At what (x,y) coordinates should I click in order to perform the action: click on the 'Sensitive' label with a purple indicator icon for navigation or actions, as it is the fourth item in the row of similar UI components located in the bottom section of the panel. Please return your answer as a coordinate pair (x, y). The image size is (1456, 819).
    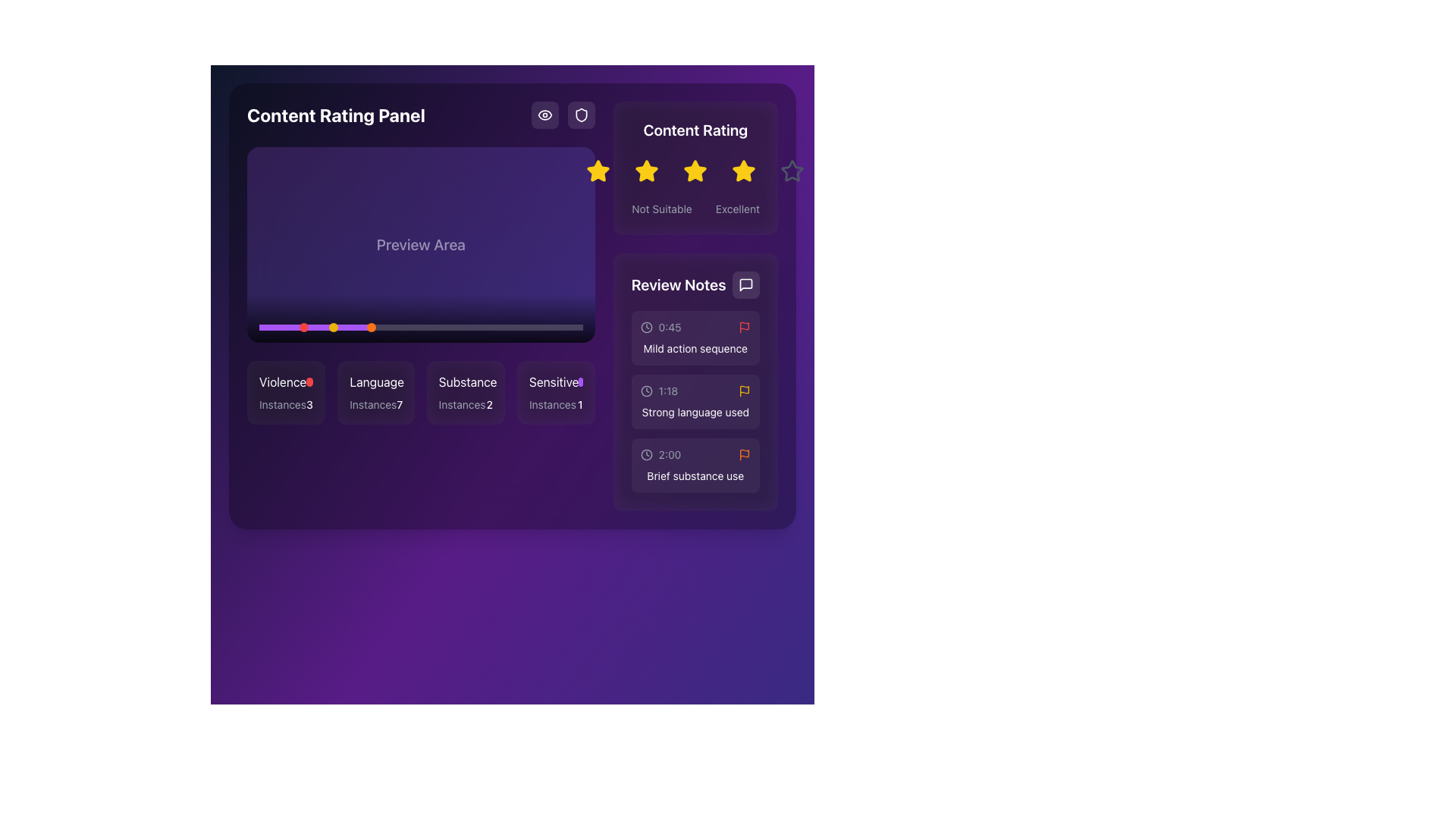
    Looking at the image, I should click on (555, 381).